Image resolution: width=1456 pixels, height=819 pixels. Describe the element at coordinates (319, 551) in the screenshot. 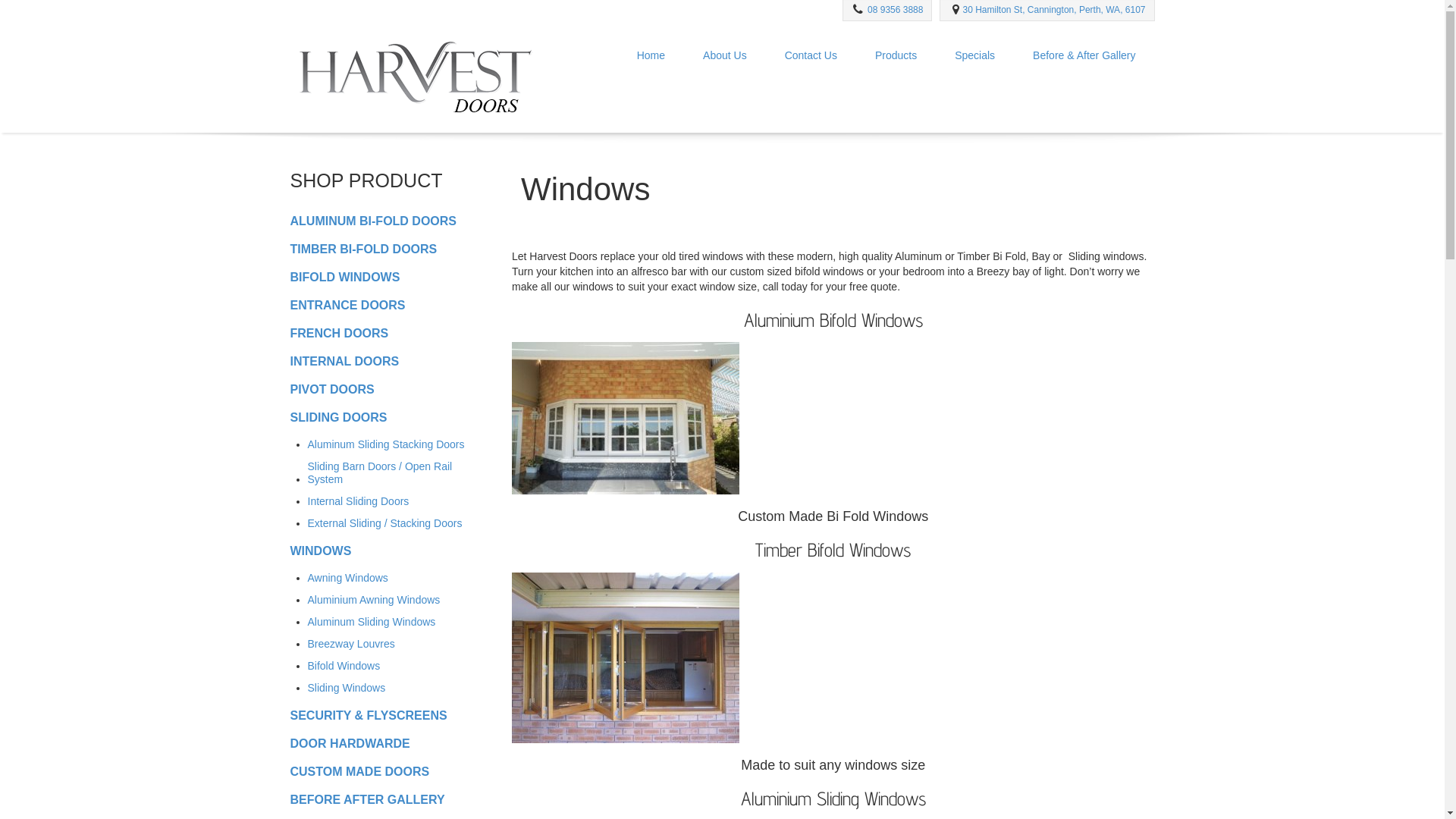

I see `'WINDOWS'` at that location.